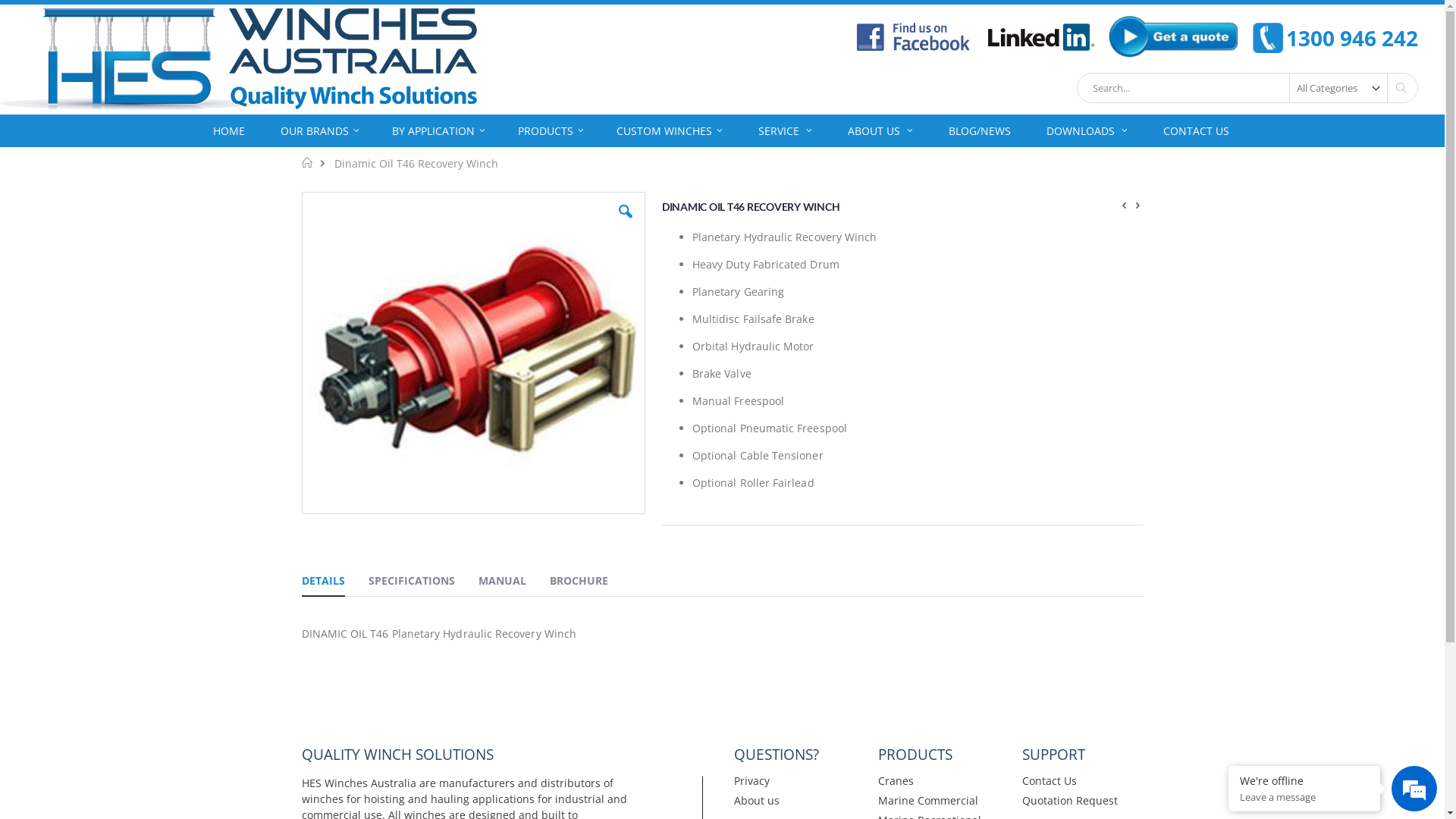 This screenshot has width=1456, height=819. I want to click on 'DOWNLOADS', so click(1086, 130).